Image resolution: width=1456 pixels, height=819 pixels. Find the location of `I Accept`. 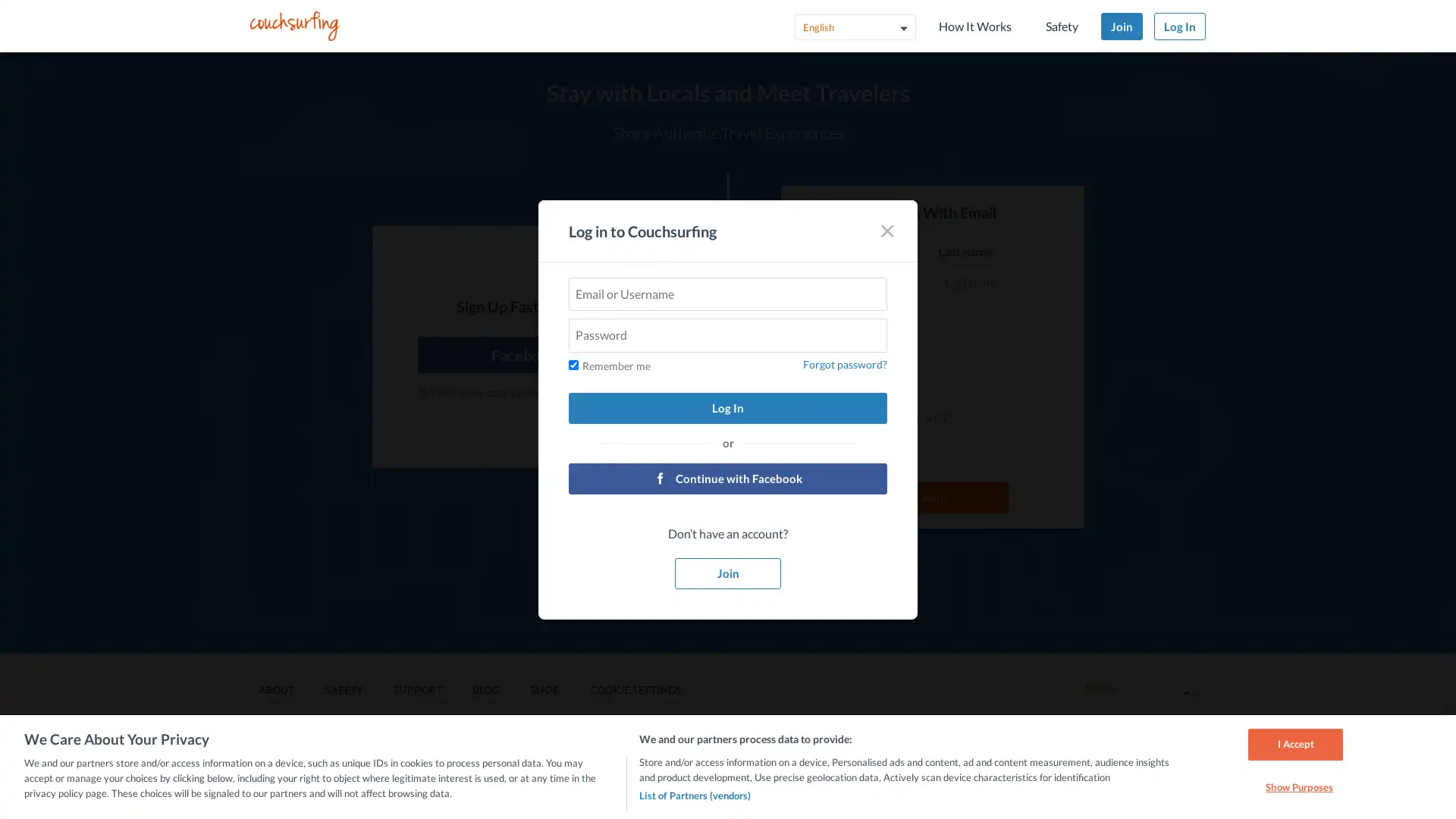

I Accept is located at coordinates (1294, 743).